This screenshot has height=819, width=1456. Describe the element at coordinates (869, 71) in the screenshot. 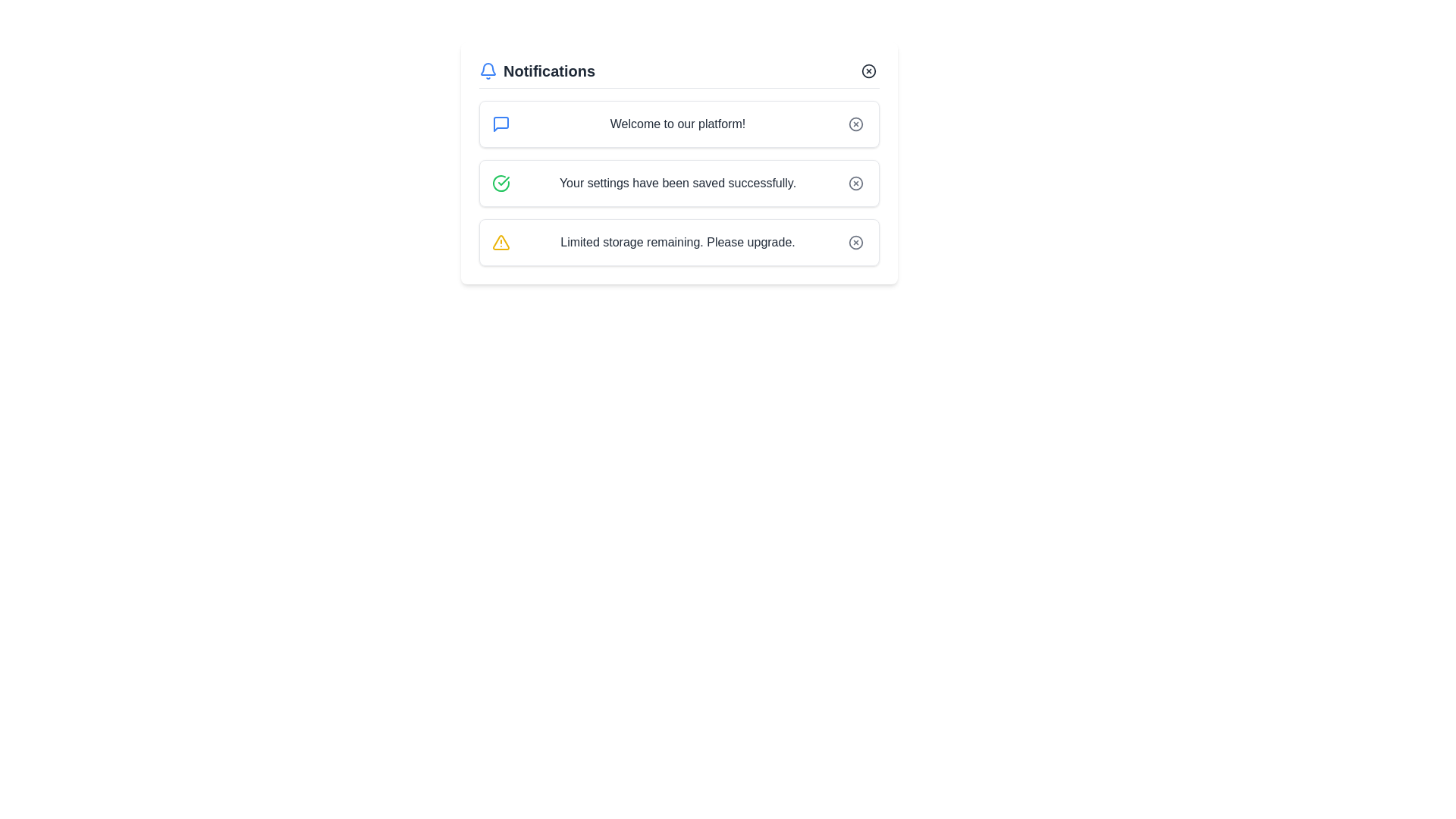

I see `the dismiss button located at the rightmost position of the notifications module header` at that location.